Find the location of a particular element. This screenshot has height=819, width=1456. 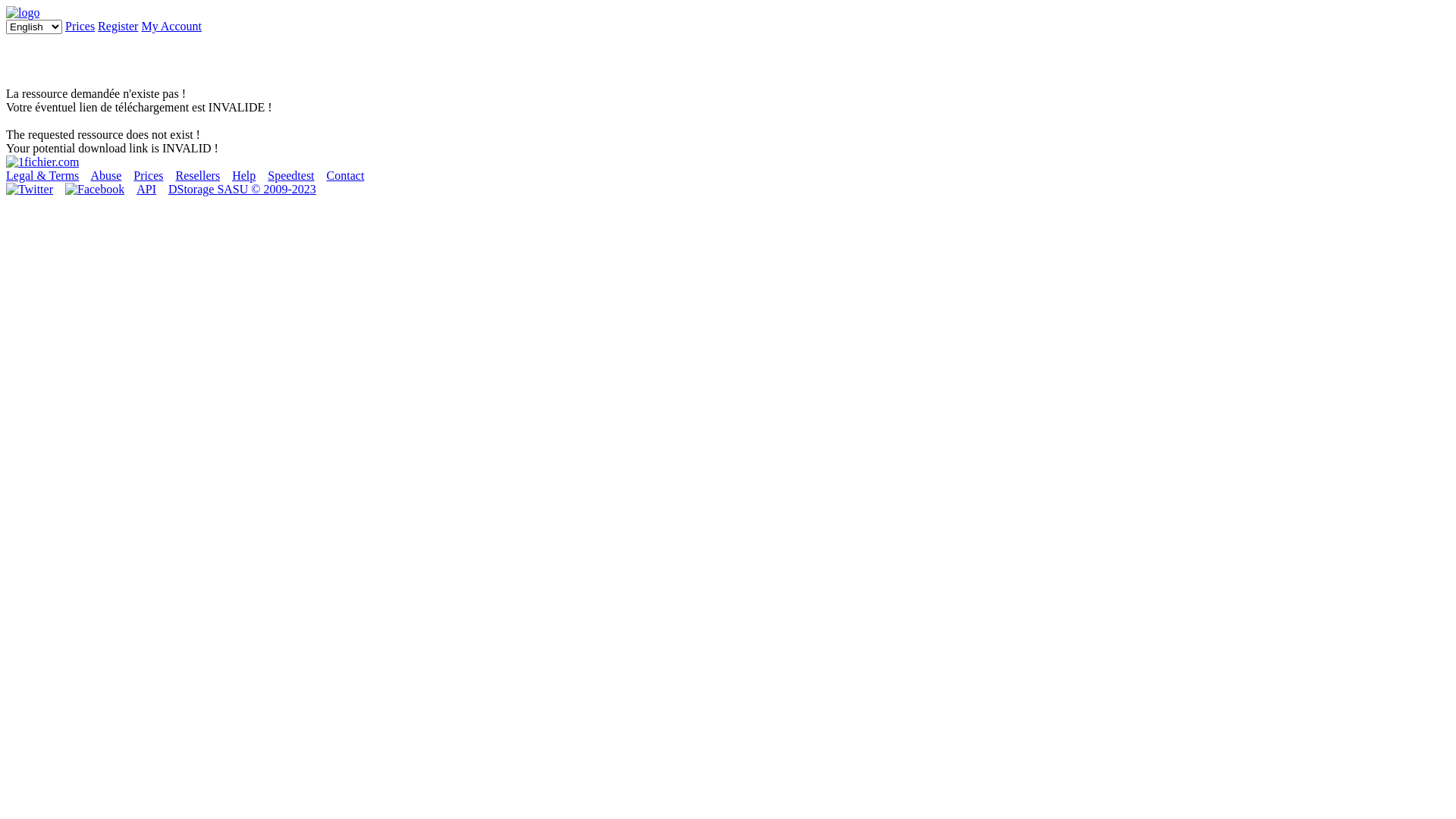

'Back to home page' is located at coordinates (6, 162).